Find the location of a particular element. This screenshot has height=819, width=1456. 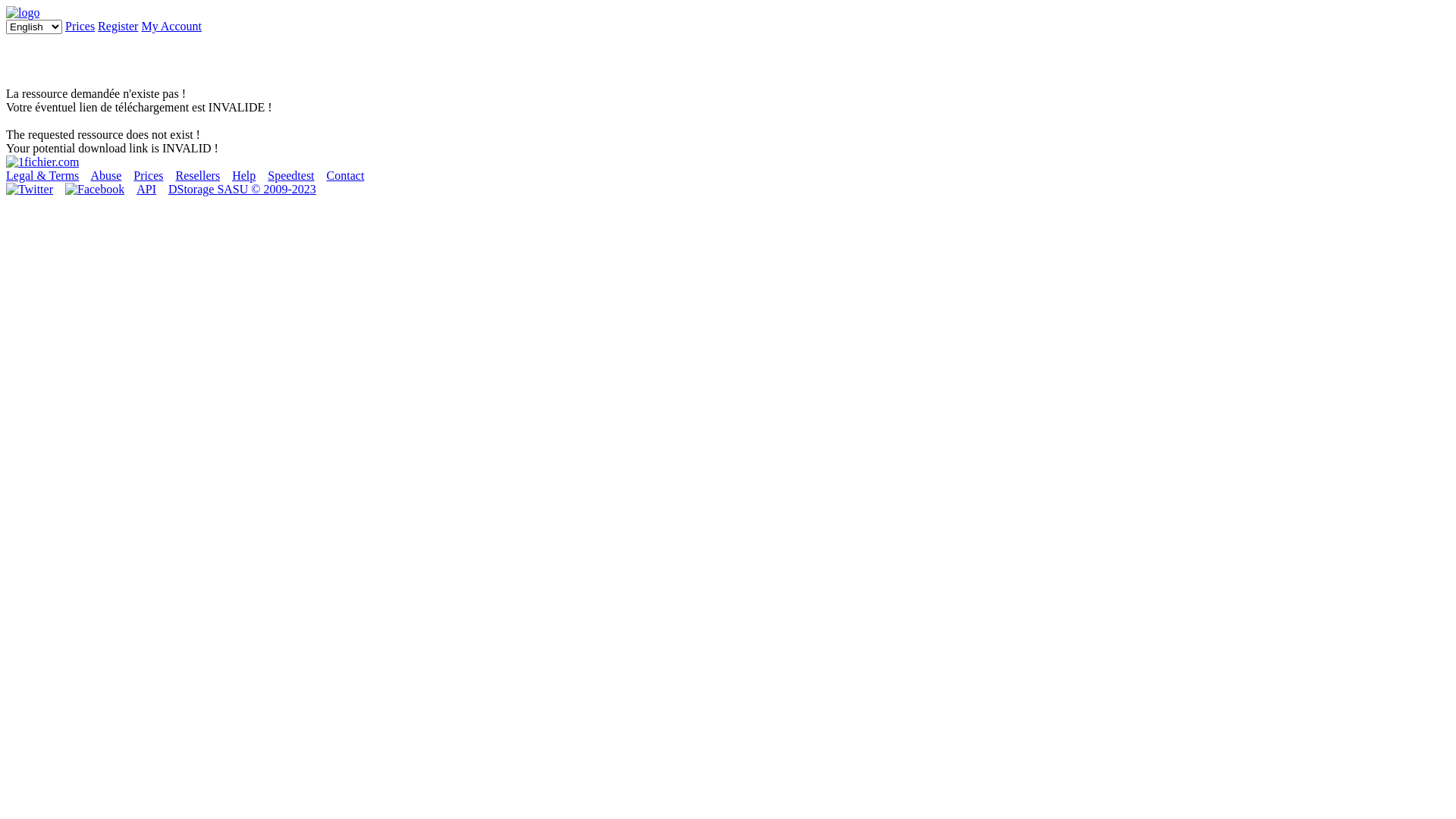

'Back to home page' is located at coordinates (6, 162).